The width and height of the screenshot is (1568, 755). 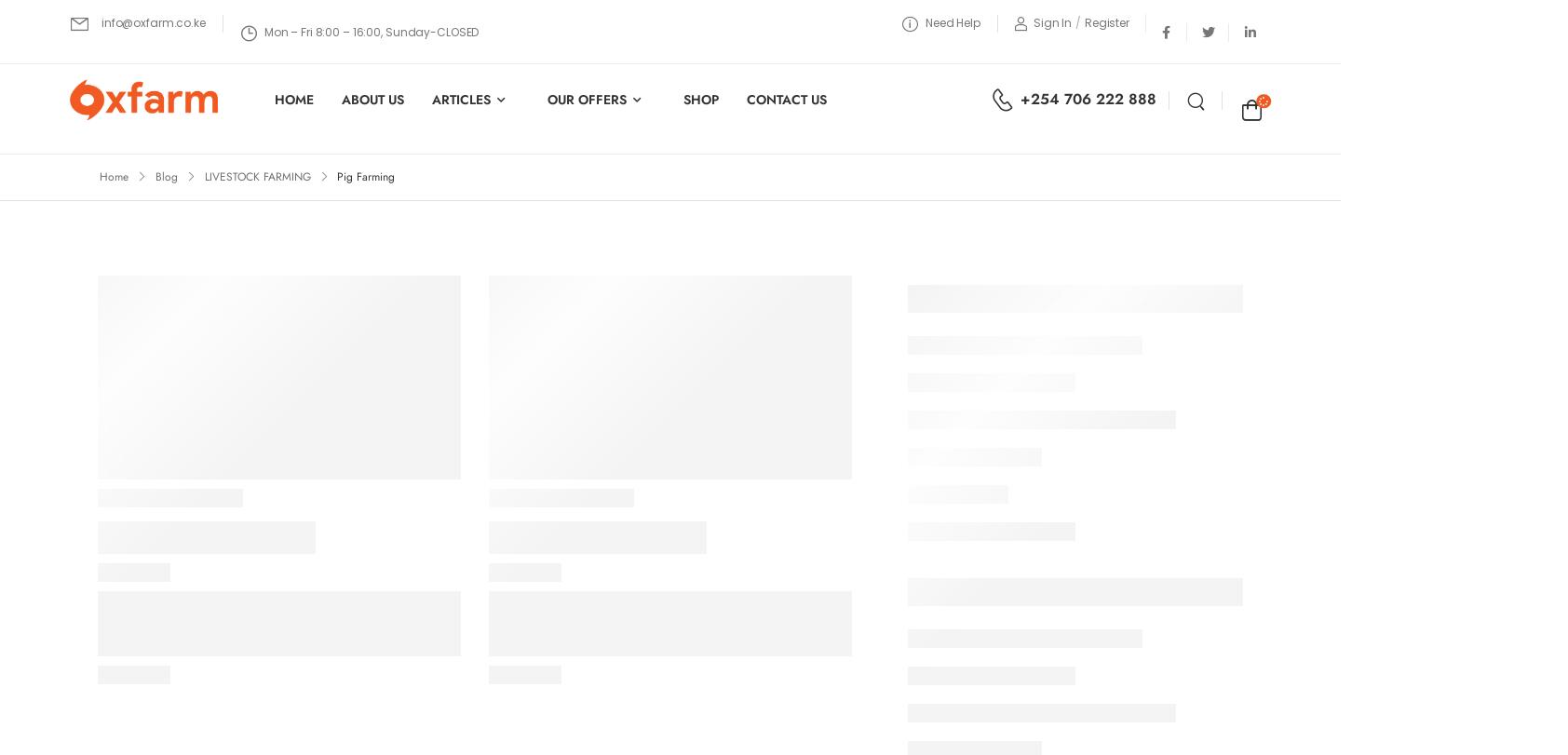 What do you see at coordinates (533, 469) in the screenshot?
I see `'Usefull Links'` at bounding box center [533, 469].